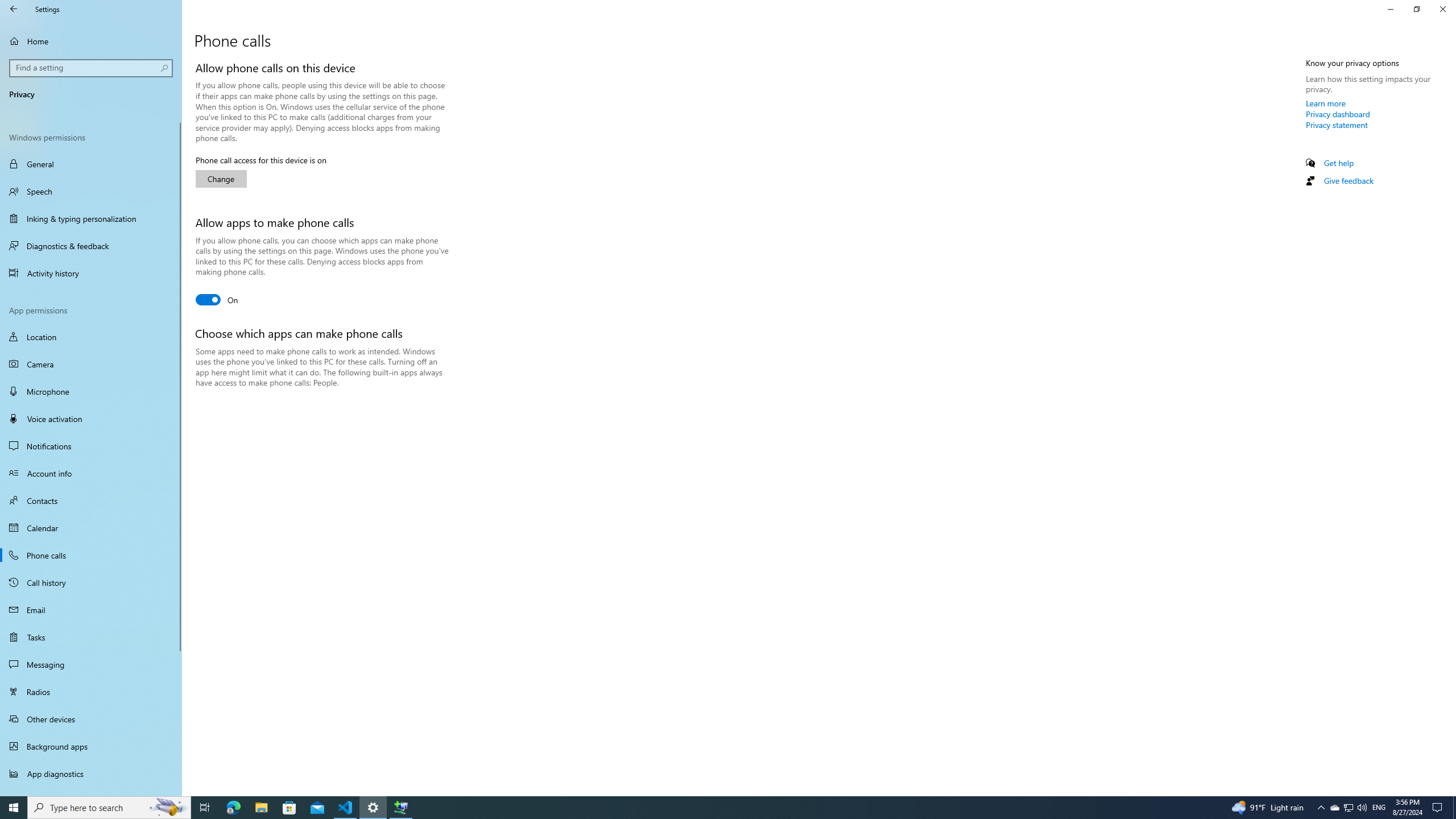 The height and width of the screenshot is (819, 1456). Describe the element at coordinates (90, 272) in the screenshot. I see `'Activity history'` at that location.